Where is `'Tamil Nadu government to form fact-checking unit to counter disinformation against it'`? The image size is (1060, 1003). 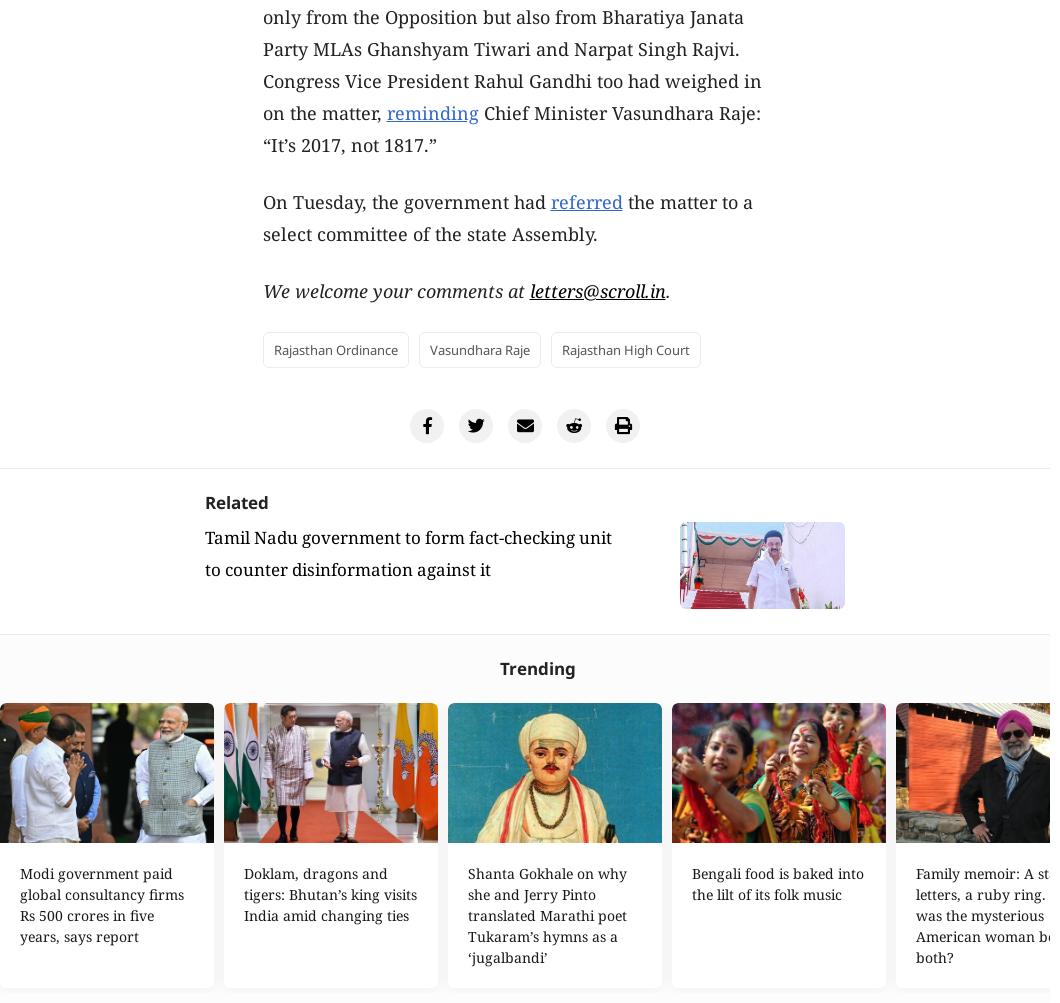
'Tamil Nadu government to form fact-checking unit to counter disinformation against it' is located at coordinates (407, 551).